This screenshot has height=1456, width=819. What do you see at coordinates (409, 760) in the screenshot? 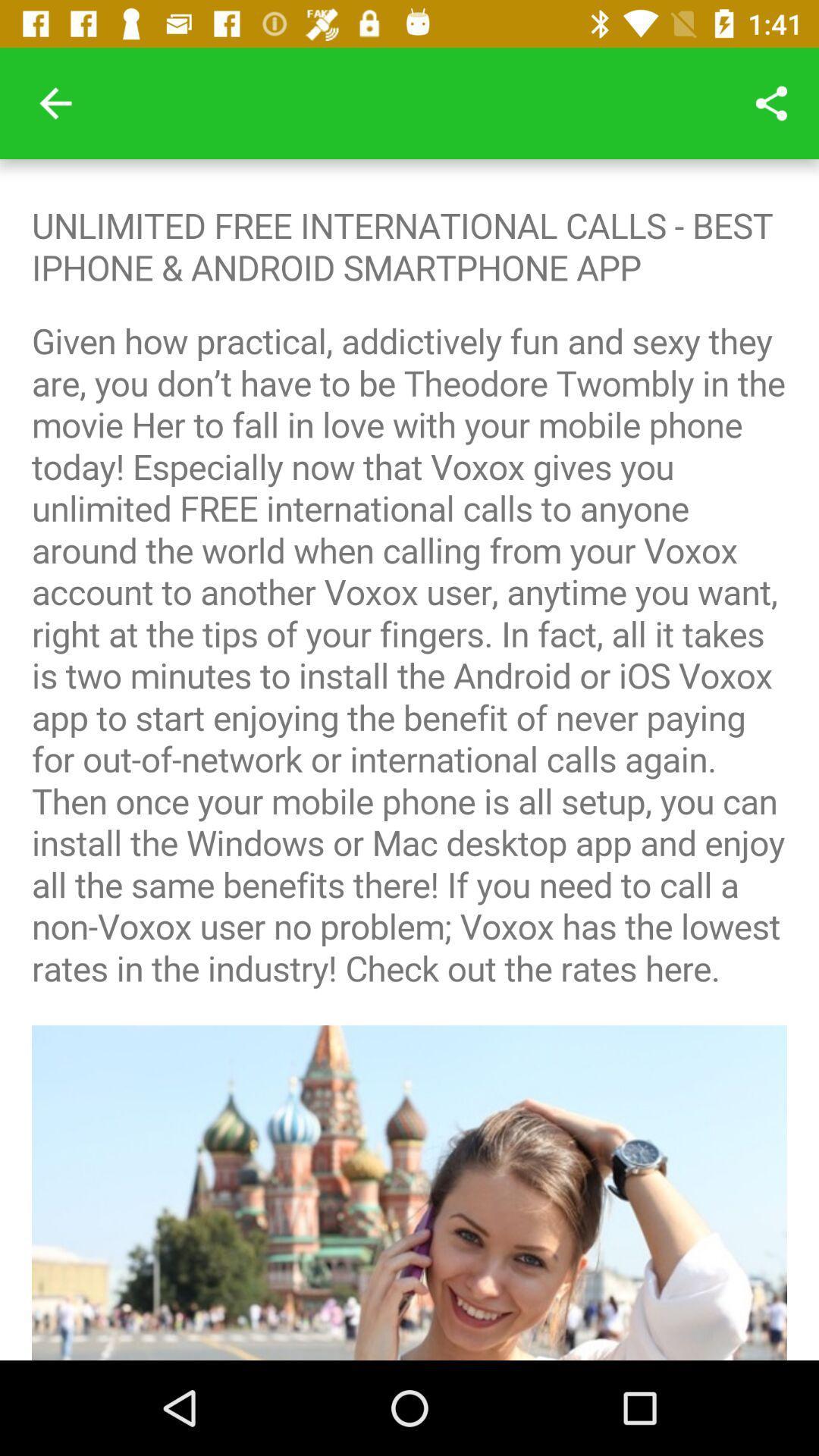
I see `description` at bounding box center [409, 760].